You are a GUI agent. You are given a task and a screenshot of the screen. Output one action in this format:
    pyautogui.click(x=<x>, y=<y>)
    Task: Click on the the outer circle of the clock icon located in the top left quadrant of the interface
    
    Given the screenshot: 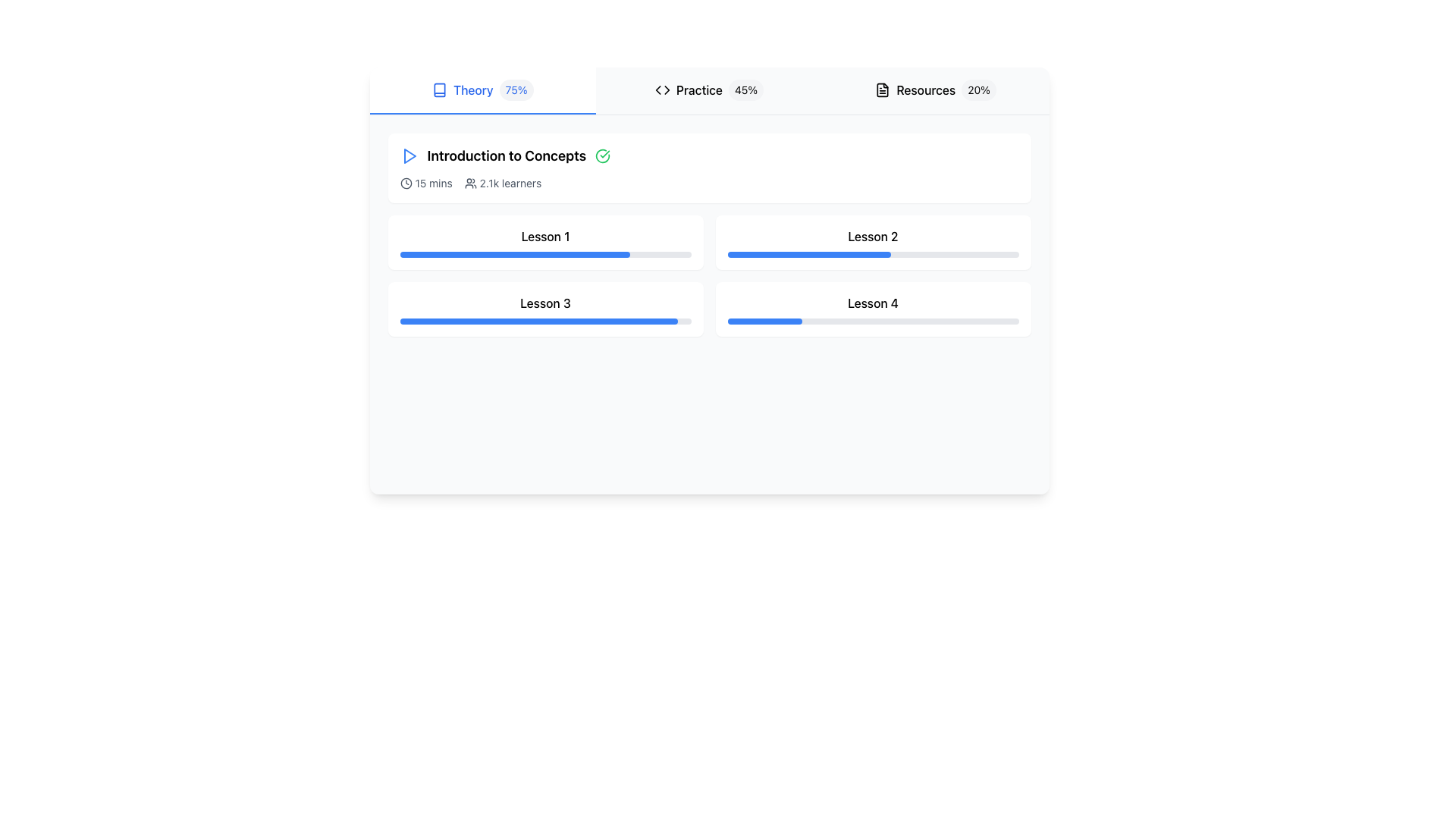 What is the action you would take?
    pyautogui.click(x=406, y=183)
    